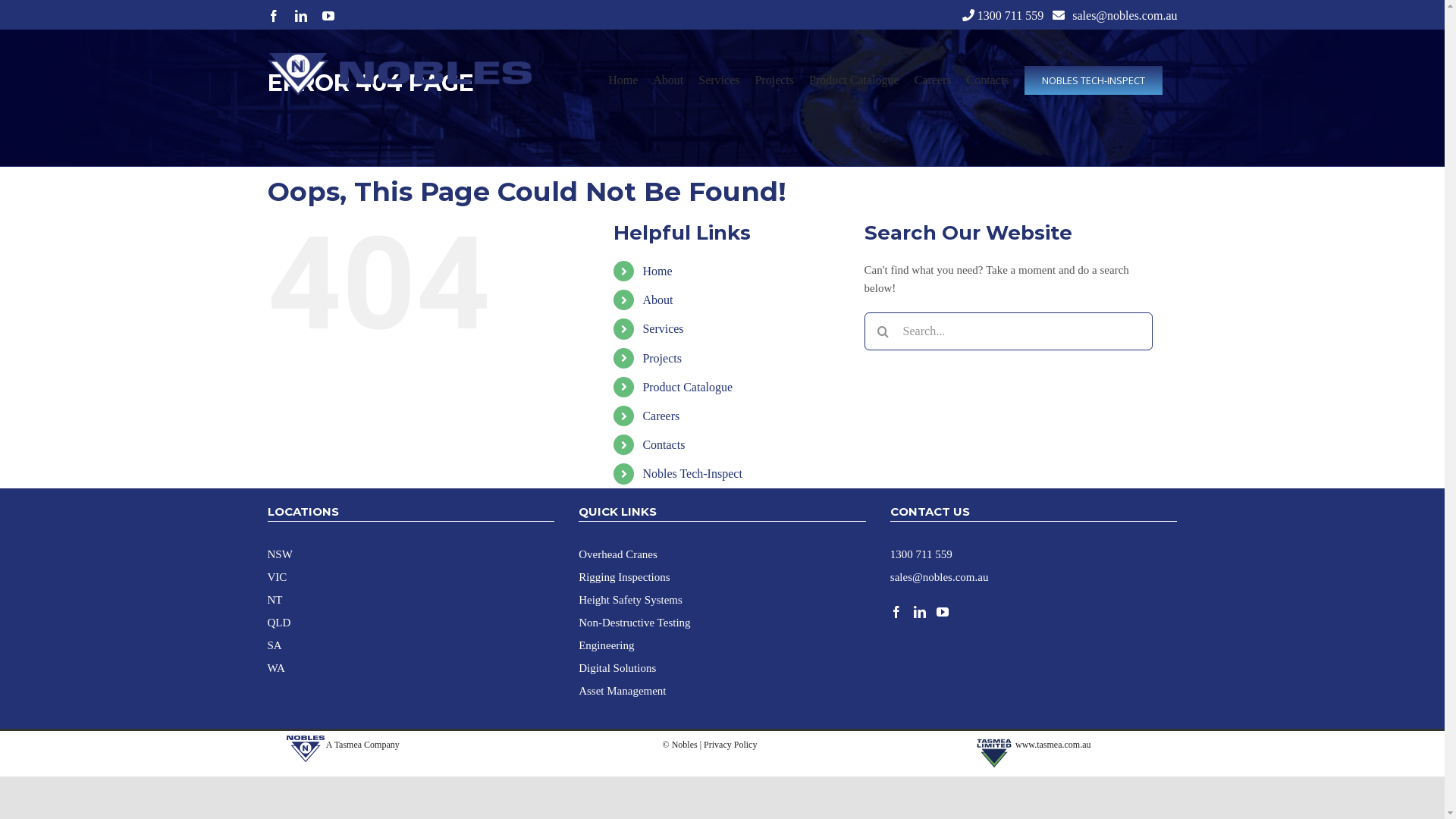 Image resolution: width=1456 pixels, height=819 pixels. What do you see at coordinates (634, 622) in the screenshot?
I see `'Non-Destructive Testing'` at bounding box center [634, 622].